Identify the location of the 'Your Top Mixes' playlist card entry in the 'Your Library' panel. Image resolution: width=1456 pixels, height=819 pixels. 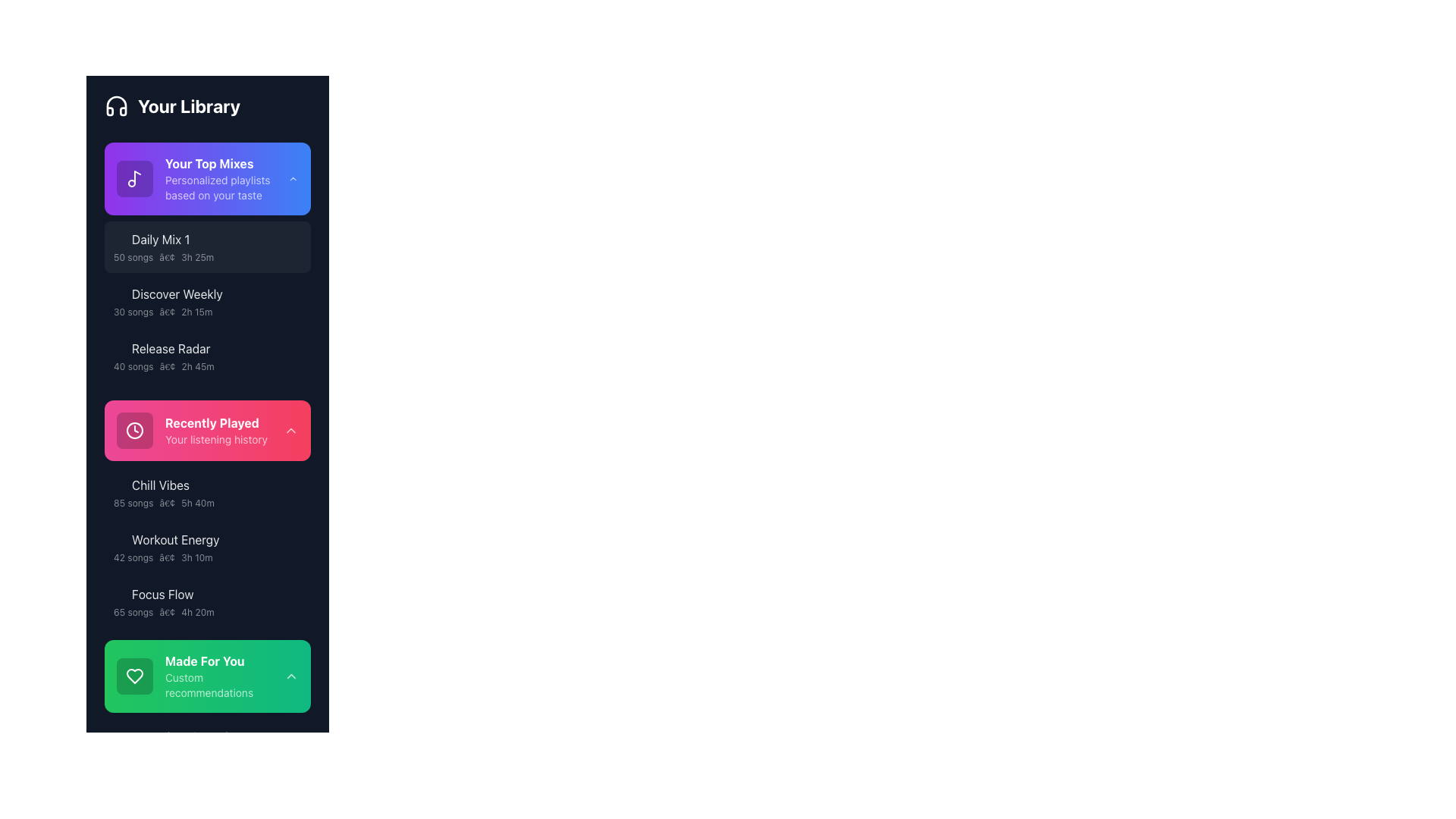
(202, 177).